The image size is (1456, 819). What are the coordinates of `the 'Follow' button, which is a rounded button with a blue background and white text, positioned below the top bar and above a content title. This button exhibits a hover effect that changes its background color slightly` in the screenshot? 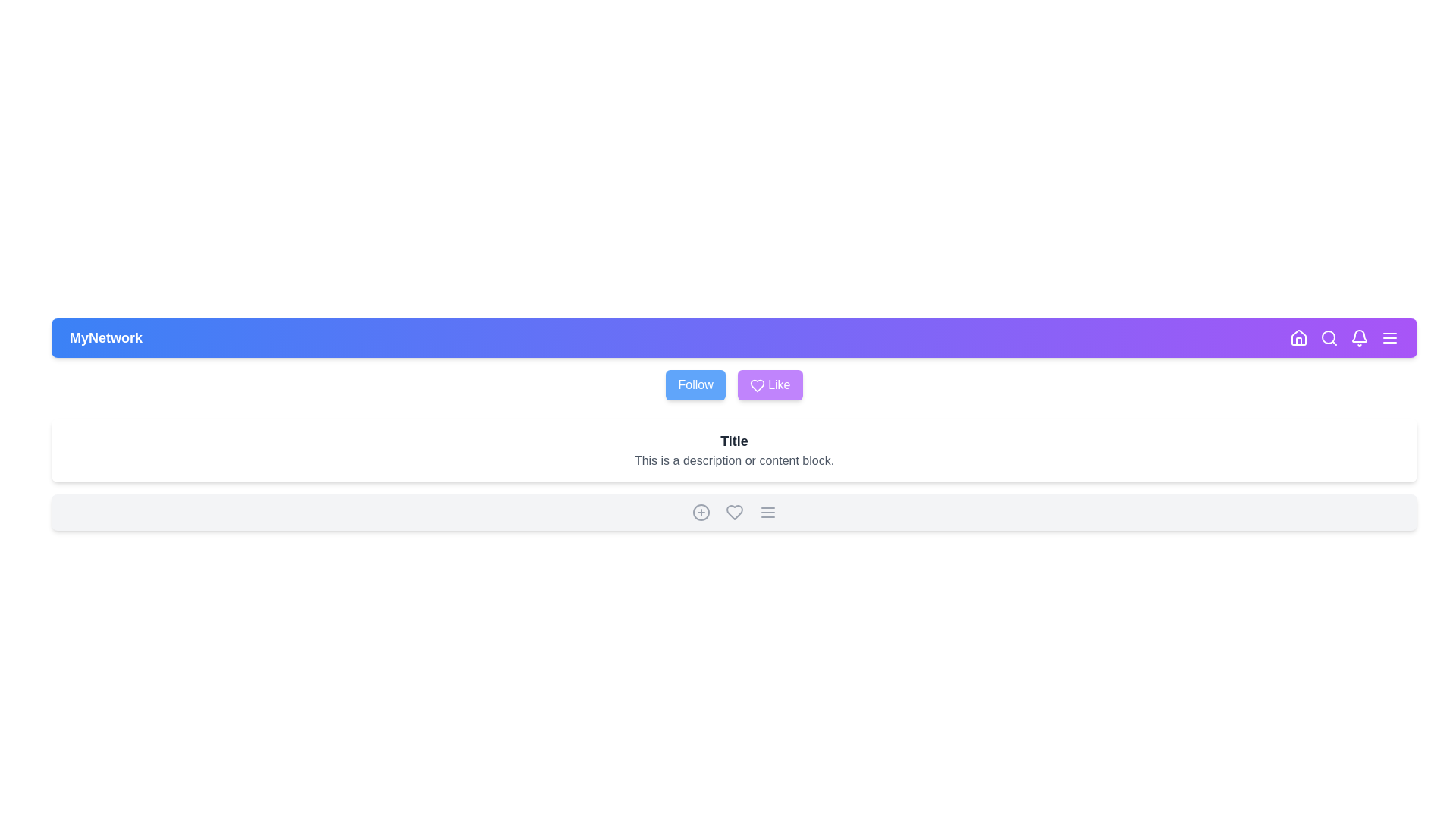 It's located at (695, 384).